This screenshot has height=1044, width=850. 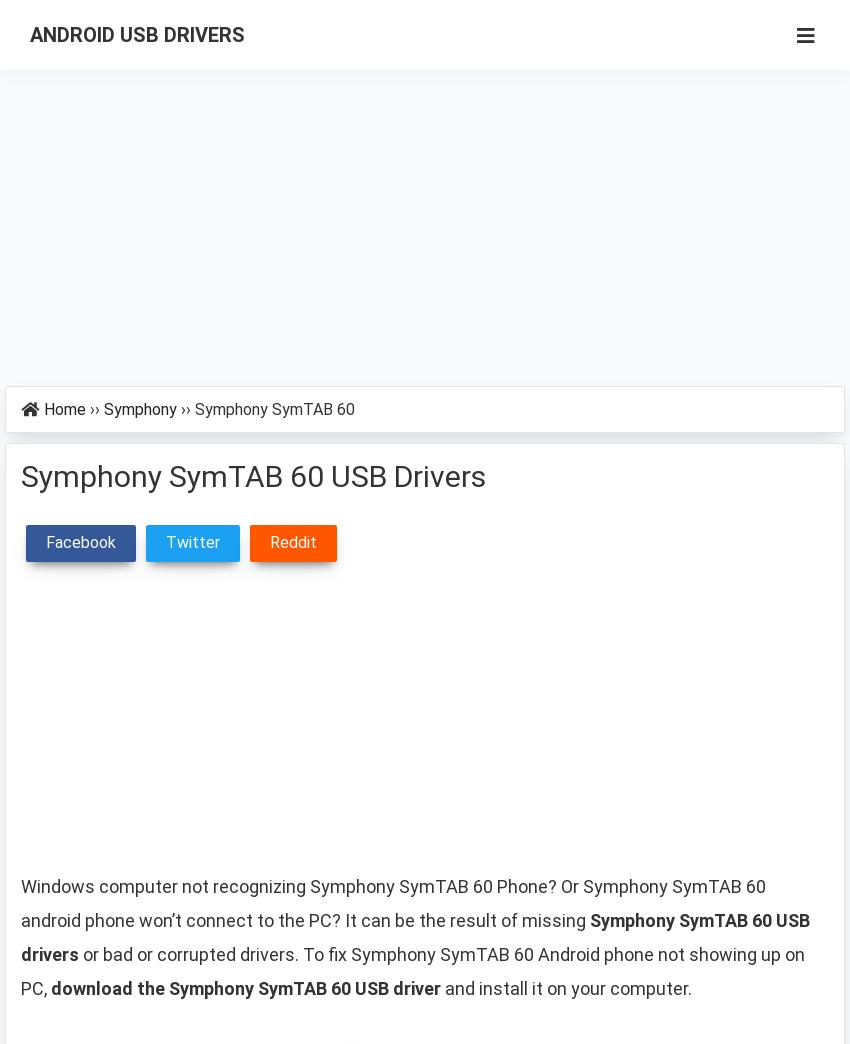 I want to click on 'Symphony SymTAB 60', so click(x=273, y=407).